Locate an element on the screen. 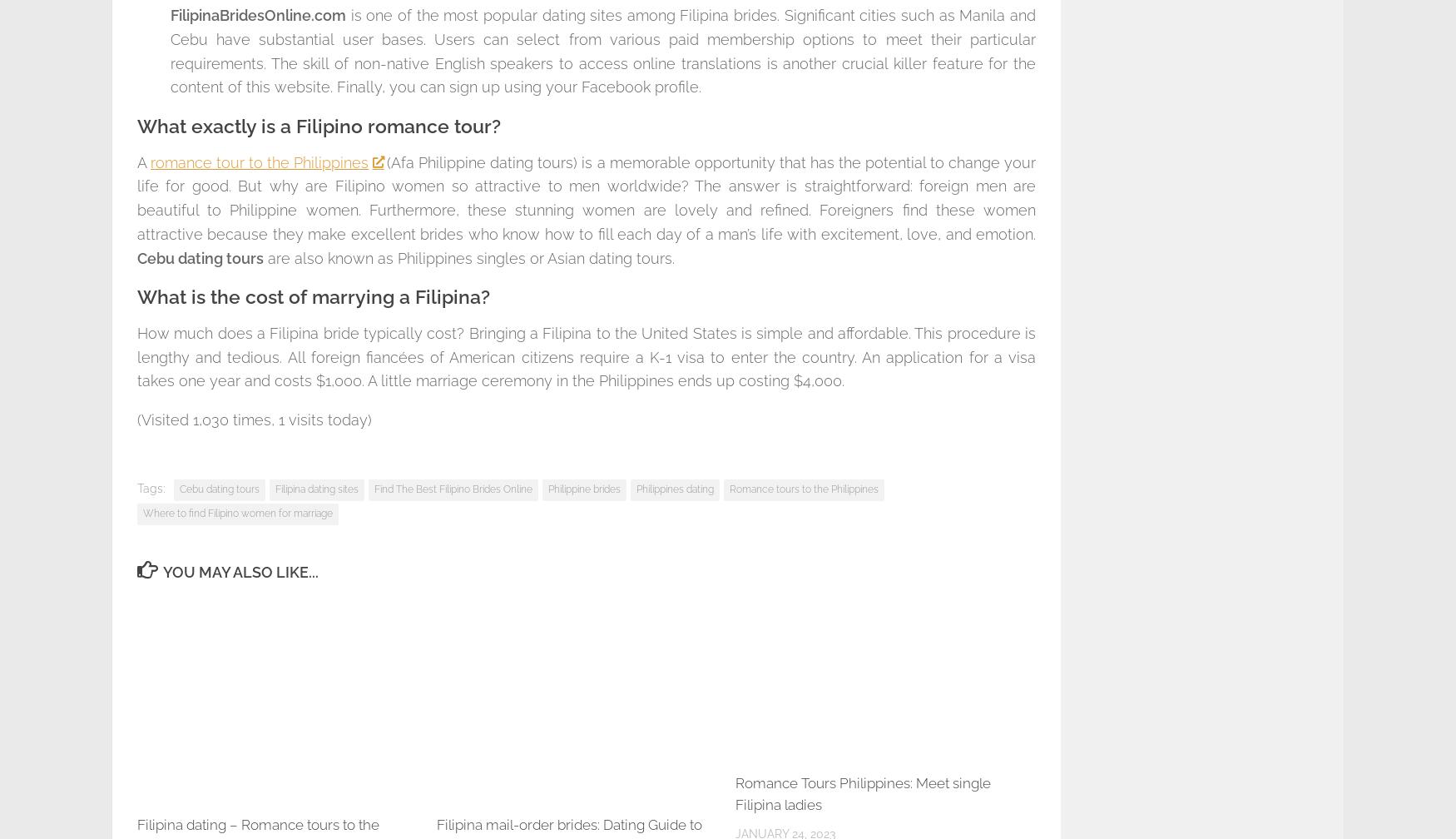 Image resolution: width=1456 pixels, height=839 pixels. 'You may also like...' is located at coordinates (239, 571).